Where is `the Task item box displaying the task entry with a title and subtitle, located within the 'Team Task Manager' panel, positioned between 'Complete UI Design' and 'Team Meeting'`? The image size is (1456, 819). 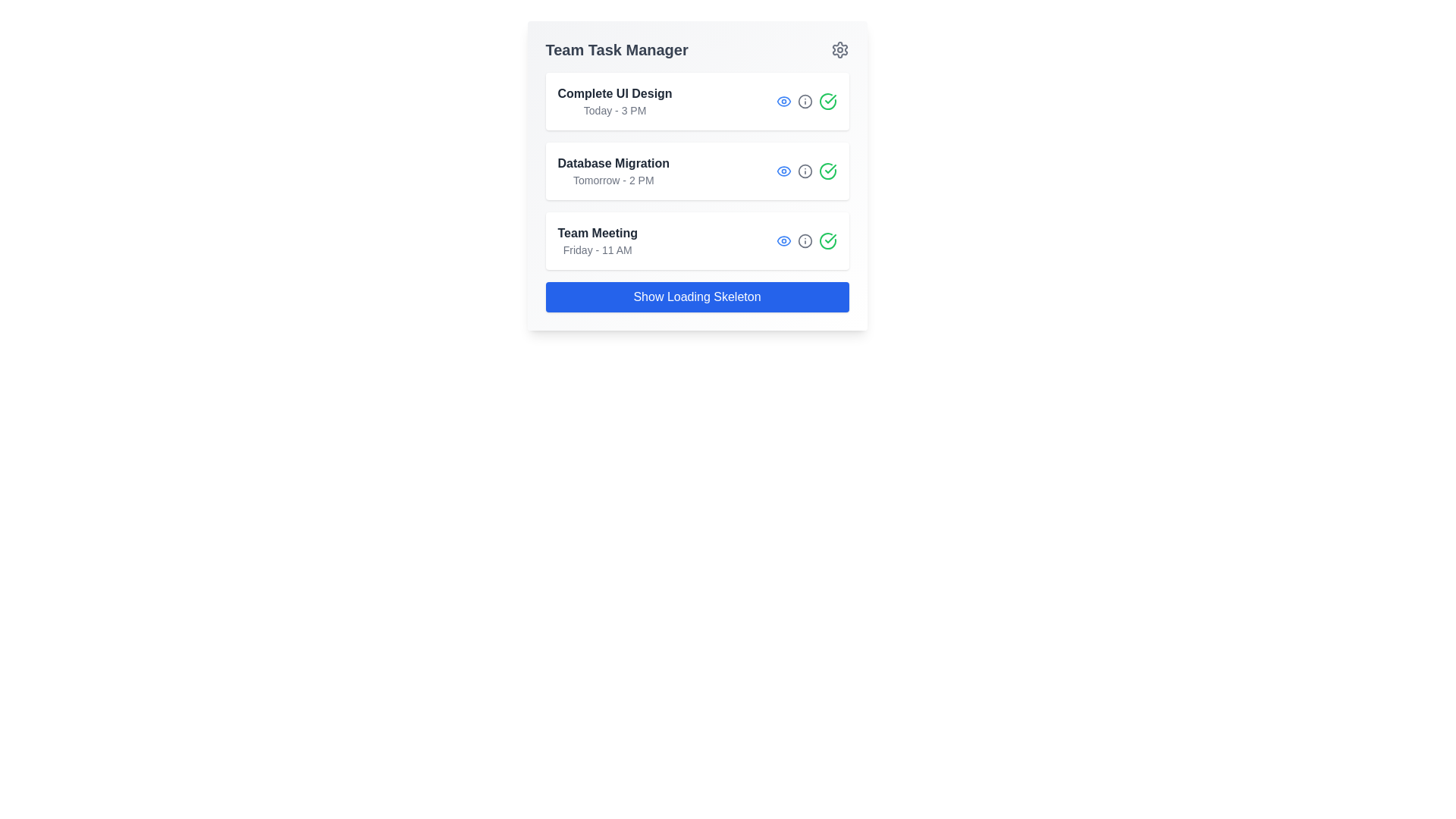 the Task item box displaying the task entry with a title and subtitle, located within the 'Team Task Manager' panel, positioned between 'Complete UI Design' and 'Team Meeting' is located at coordinates (696, 174).